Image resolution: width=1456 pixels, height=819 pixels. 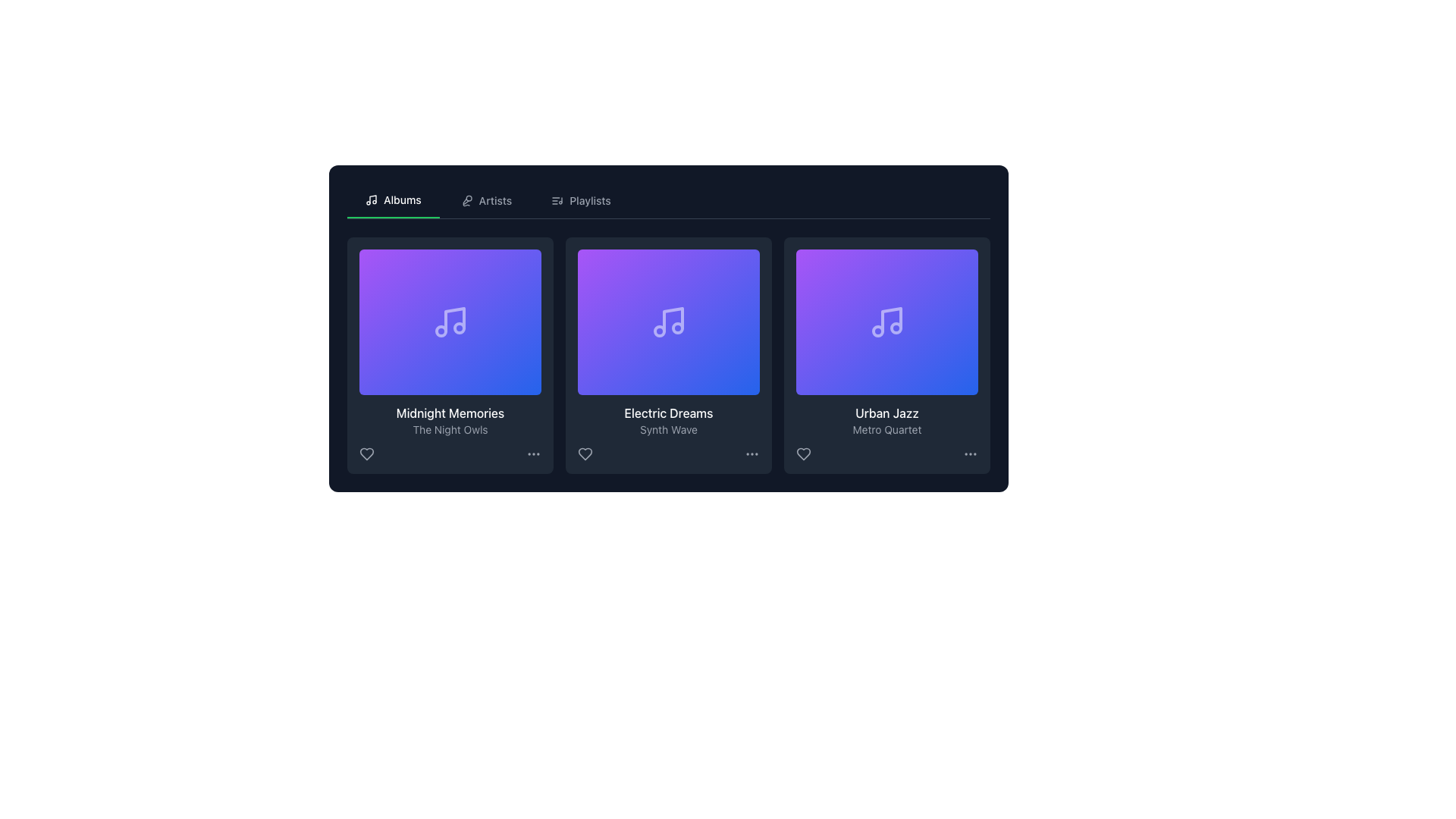 What do you see at coordinates (668, 421) in the screenshot?
I see `title 'Electric Dreams' and subtitle 'Synth Wave' from the text label located in the bottom section of the central card in the Albums tab` at bounding box center [668, 421].